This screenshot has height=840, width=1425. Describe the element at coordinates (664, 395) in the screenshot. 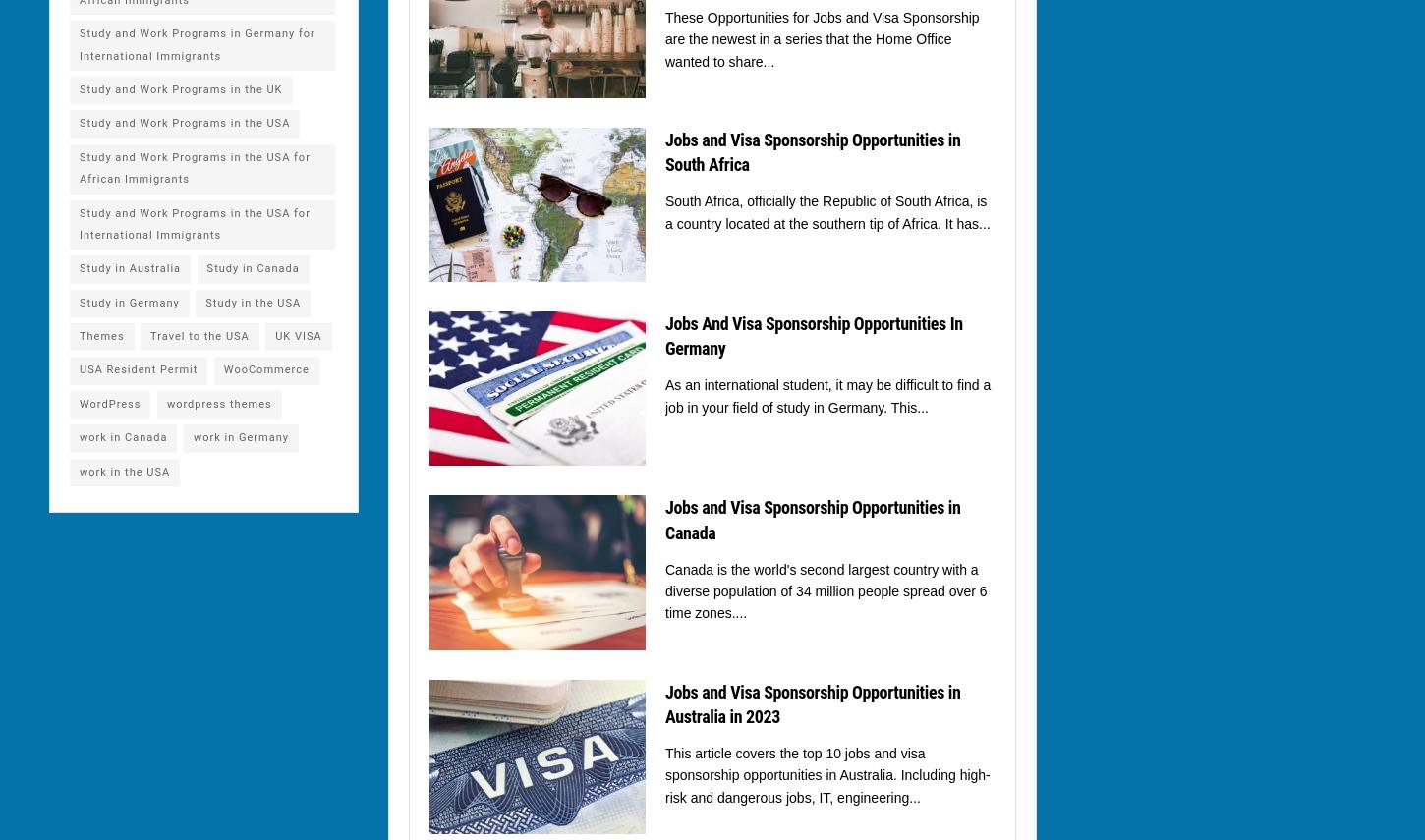

I see `'As an international student, it may be difficult to find a job in your field of study in Germany. This...'` at that location.